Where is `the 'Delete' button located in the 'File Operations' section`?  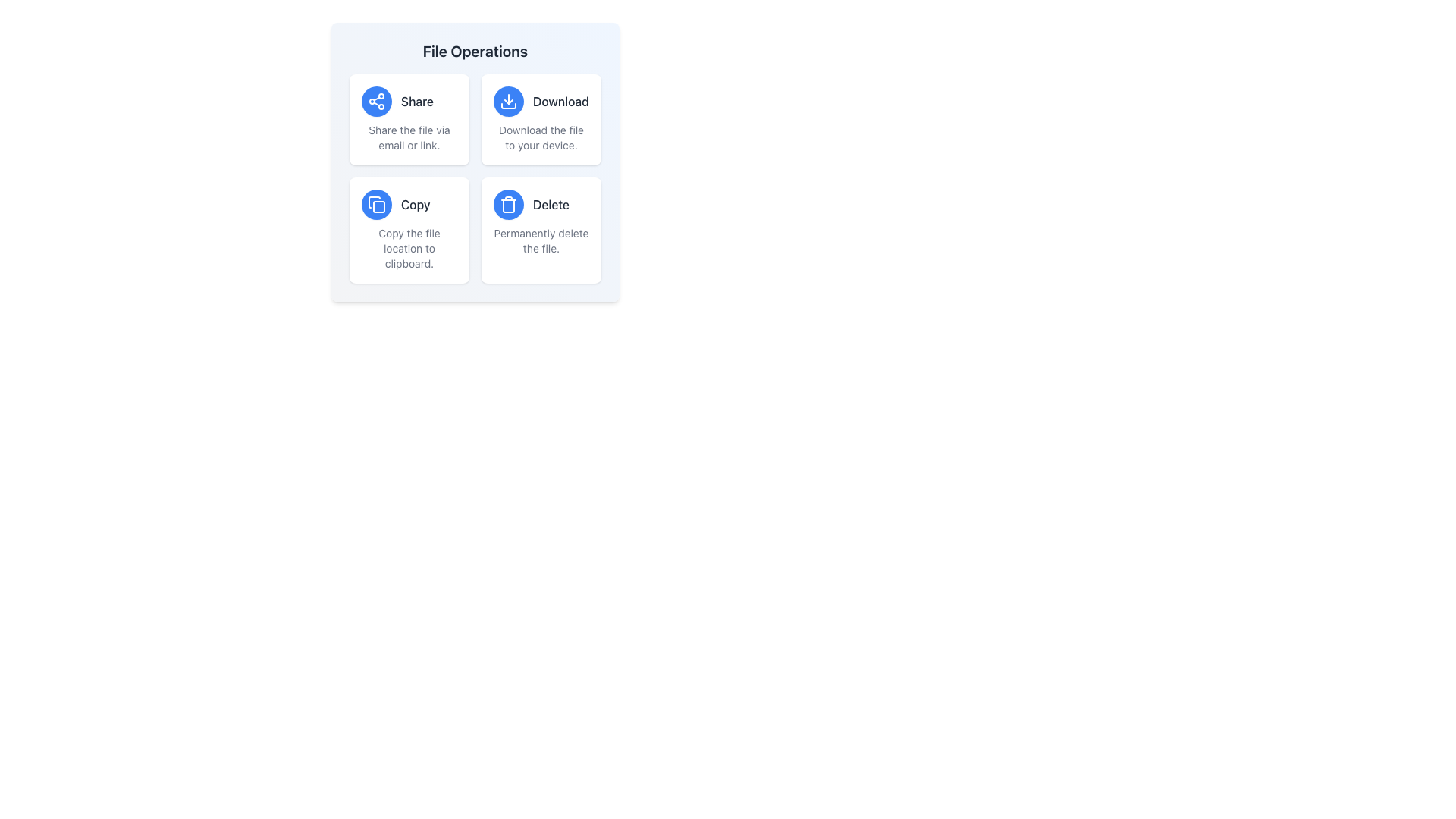 the 'Delete' button located in the 'File Operations' section is located at coordinates (509, 205).